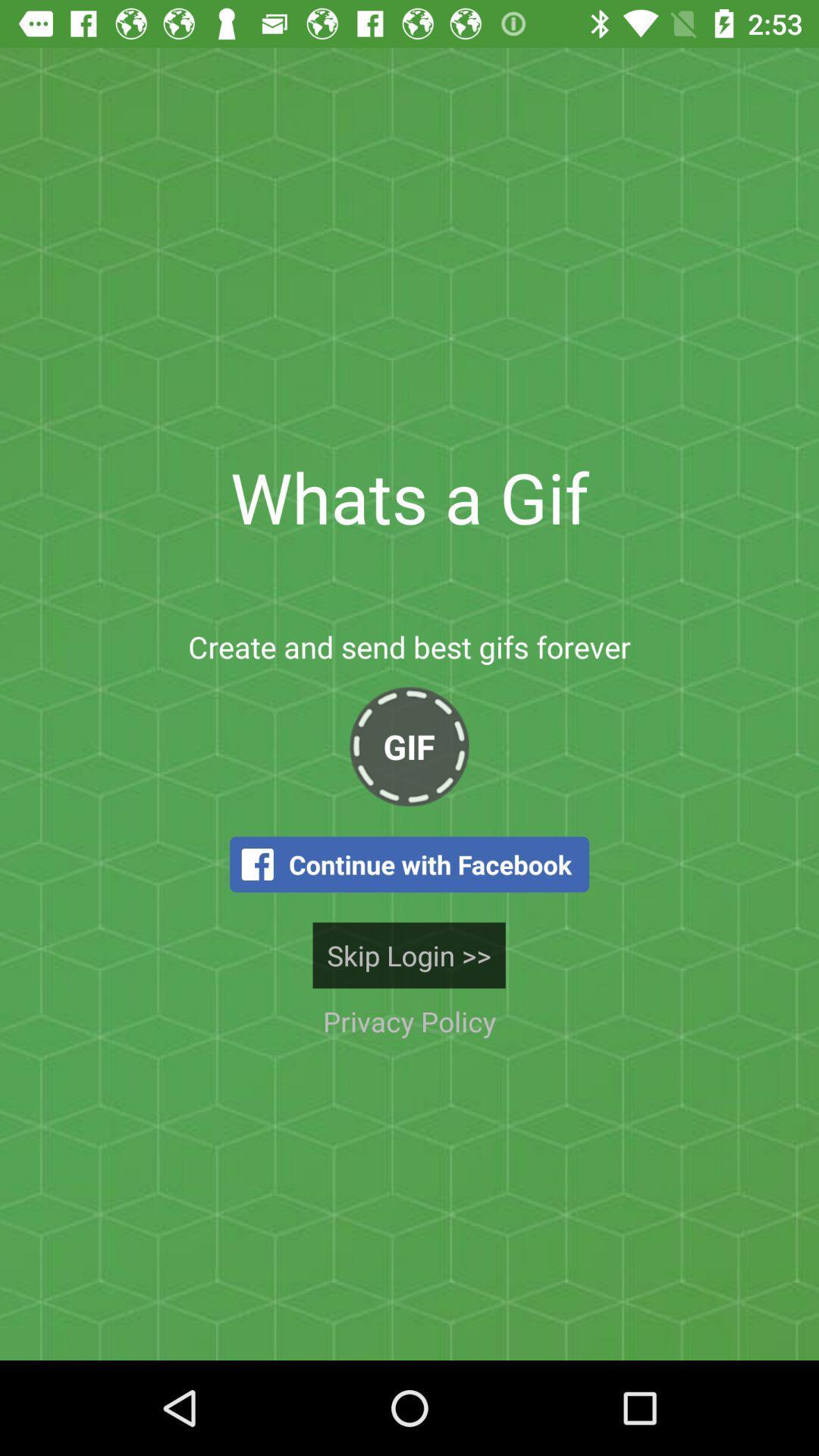 Image resolution: width=819 pixels, height=1456 pixels. What do you see at coordinates (408, 954) in the screenshot?
I see `the icon above the privacy policy` at bounding box center [408, 954].